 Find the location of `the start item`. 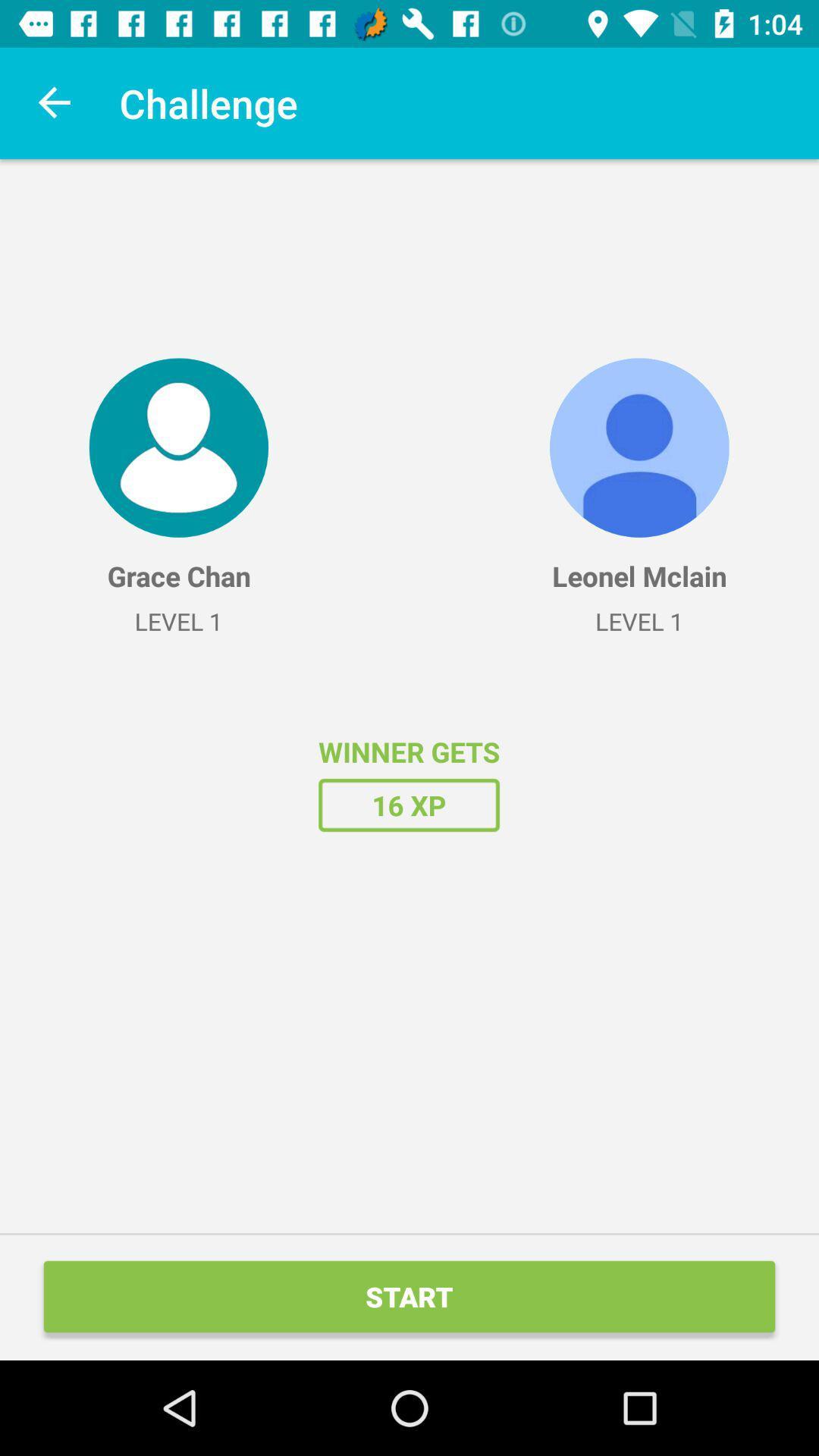

the start item is located at coordinates (409, 1295).